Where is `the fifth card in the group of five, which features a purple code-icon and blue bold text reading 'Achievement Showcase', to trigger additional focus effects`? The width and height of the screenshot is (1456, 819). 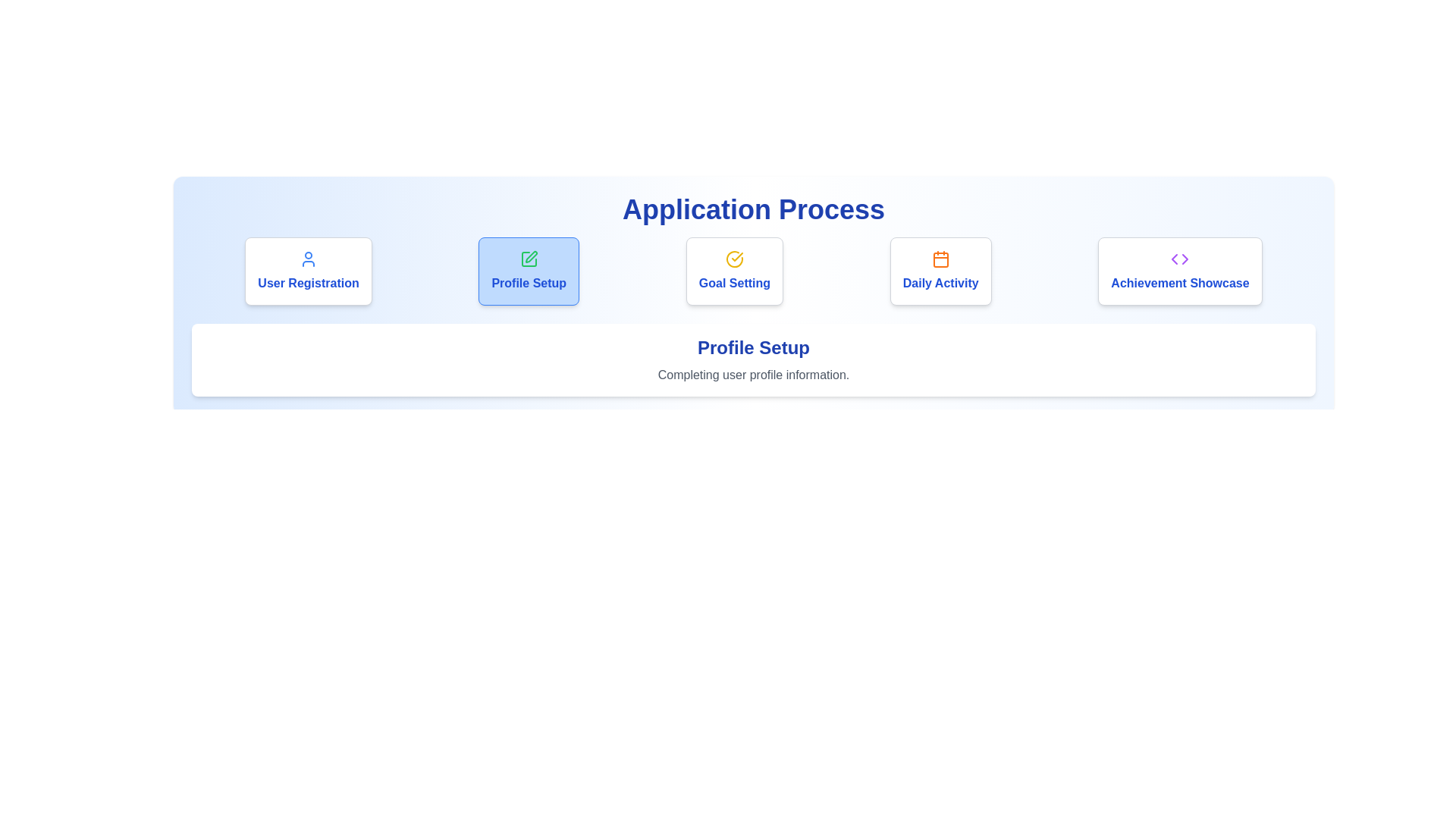 the fifth card in the group of five, which features a purple code-icon and blue bold text reading 'Achievement Showcase', to trigger additional focus effects is located at coordinates (1179, 271).